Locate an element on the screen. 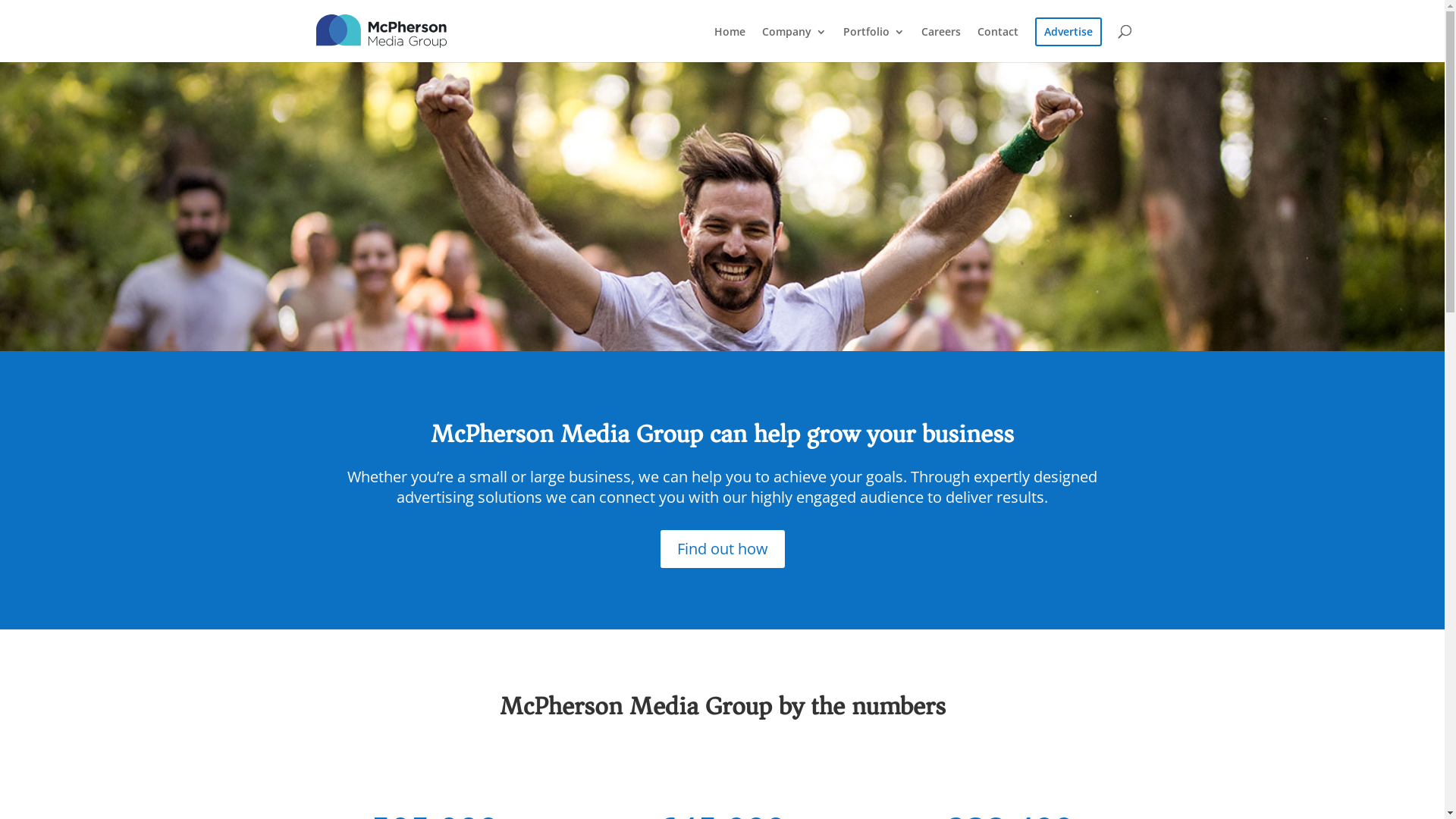  'Company' is located at coordinates (792, 43).